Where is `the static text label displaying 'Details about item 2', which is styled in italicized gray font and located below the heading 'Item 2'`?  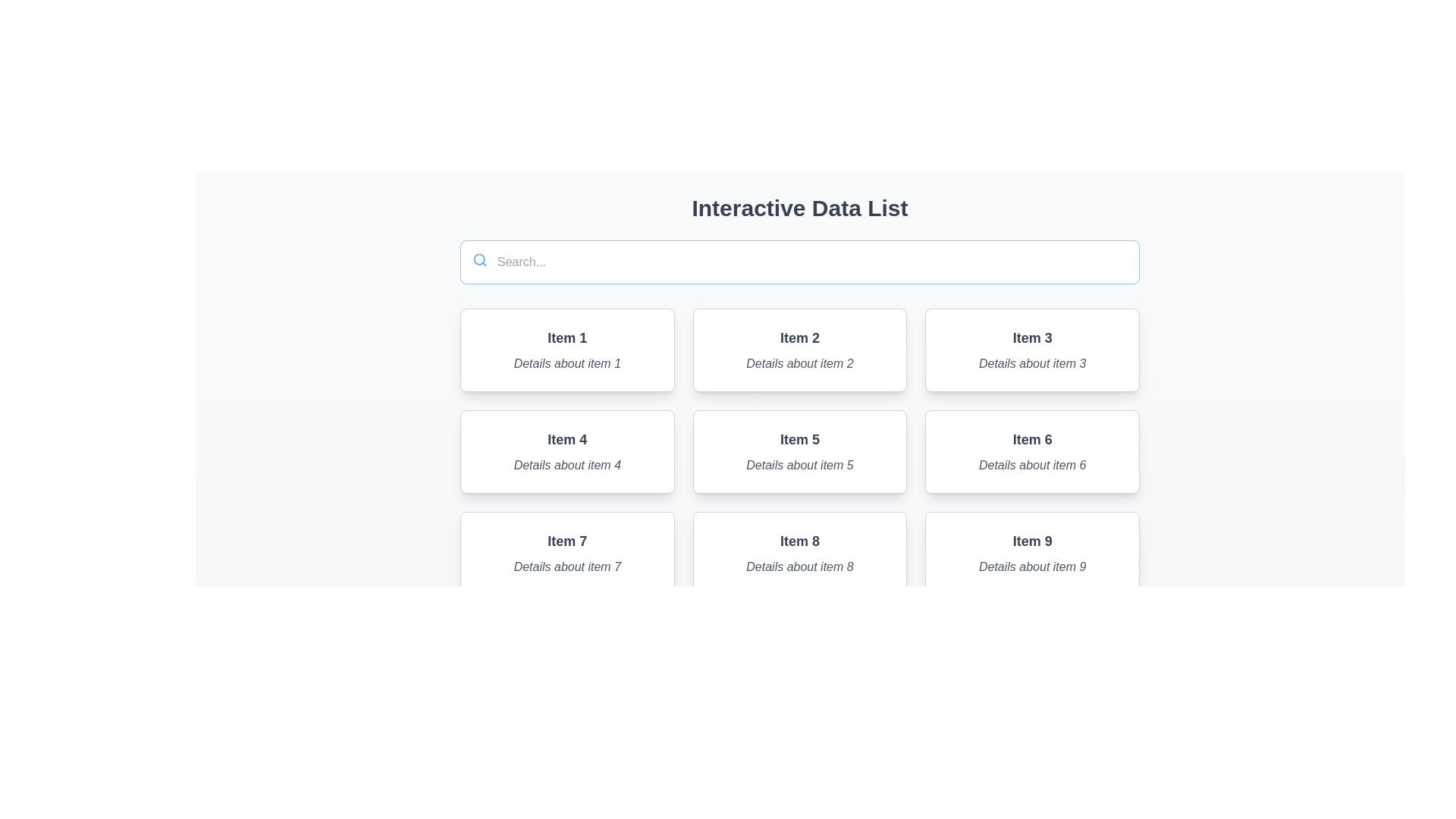
the static text label displaying 'Details about item 2', which is styled in italicized gray font and located below the heading 'Item 2' is located at coordinates (799, 363).